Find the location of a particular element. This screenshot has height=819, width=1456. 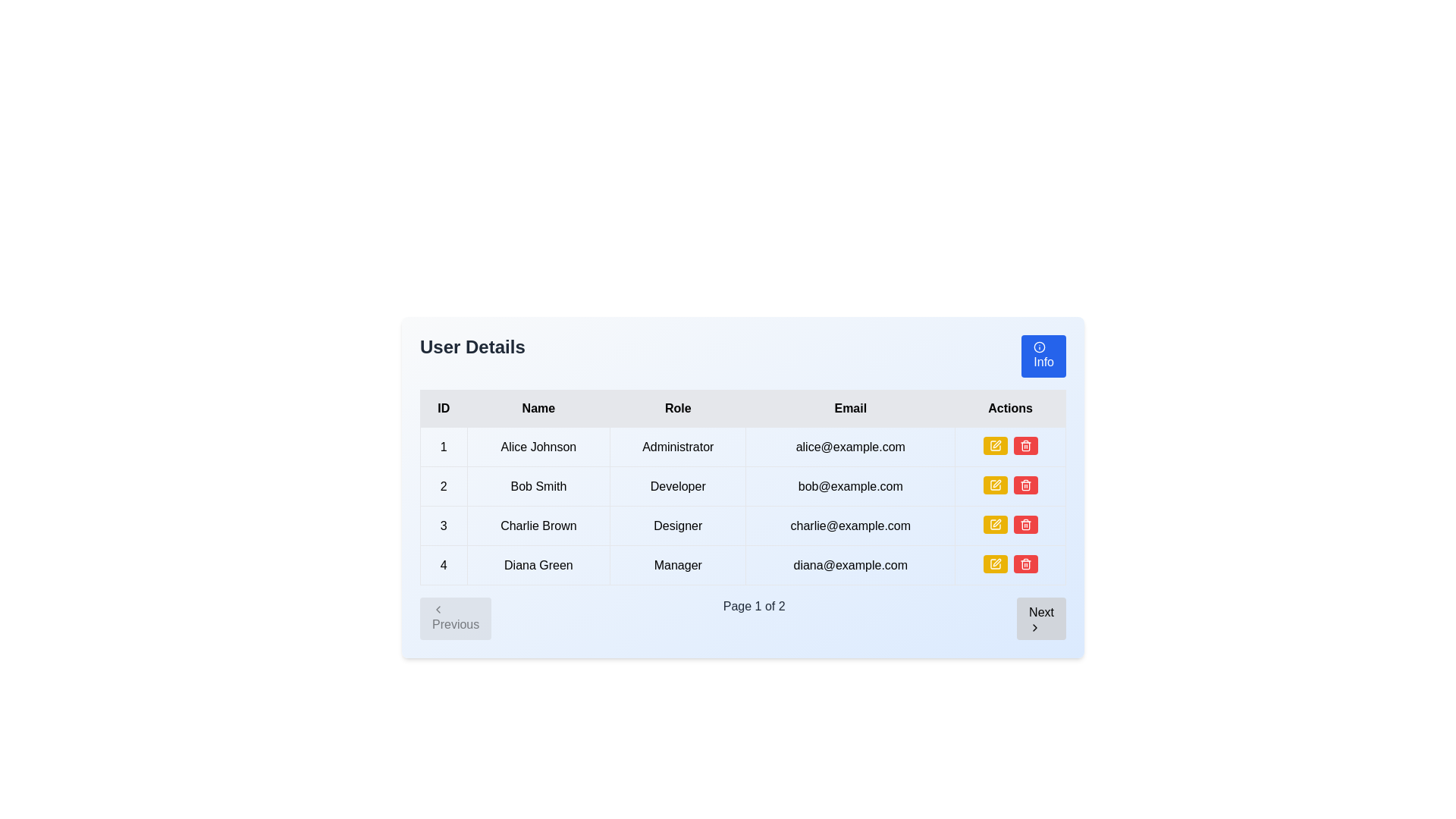

the static text displaying the email 'bob@example.com' in the 'Email' column of the user information table for user 'Bob Smith' is located at coordinates (850, 486).